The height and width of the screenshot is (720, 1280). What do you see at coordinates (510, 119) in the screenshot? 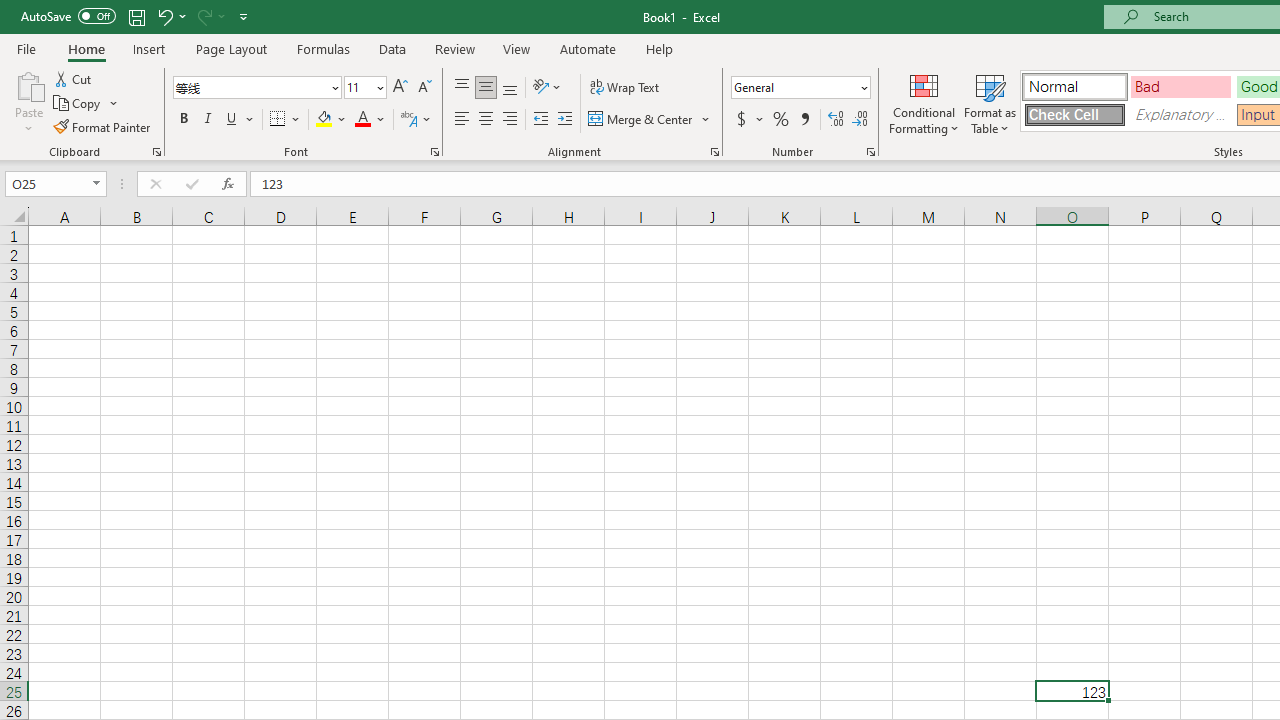
I see `'Align Right'` at bounding box center [510, 119].